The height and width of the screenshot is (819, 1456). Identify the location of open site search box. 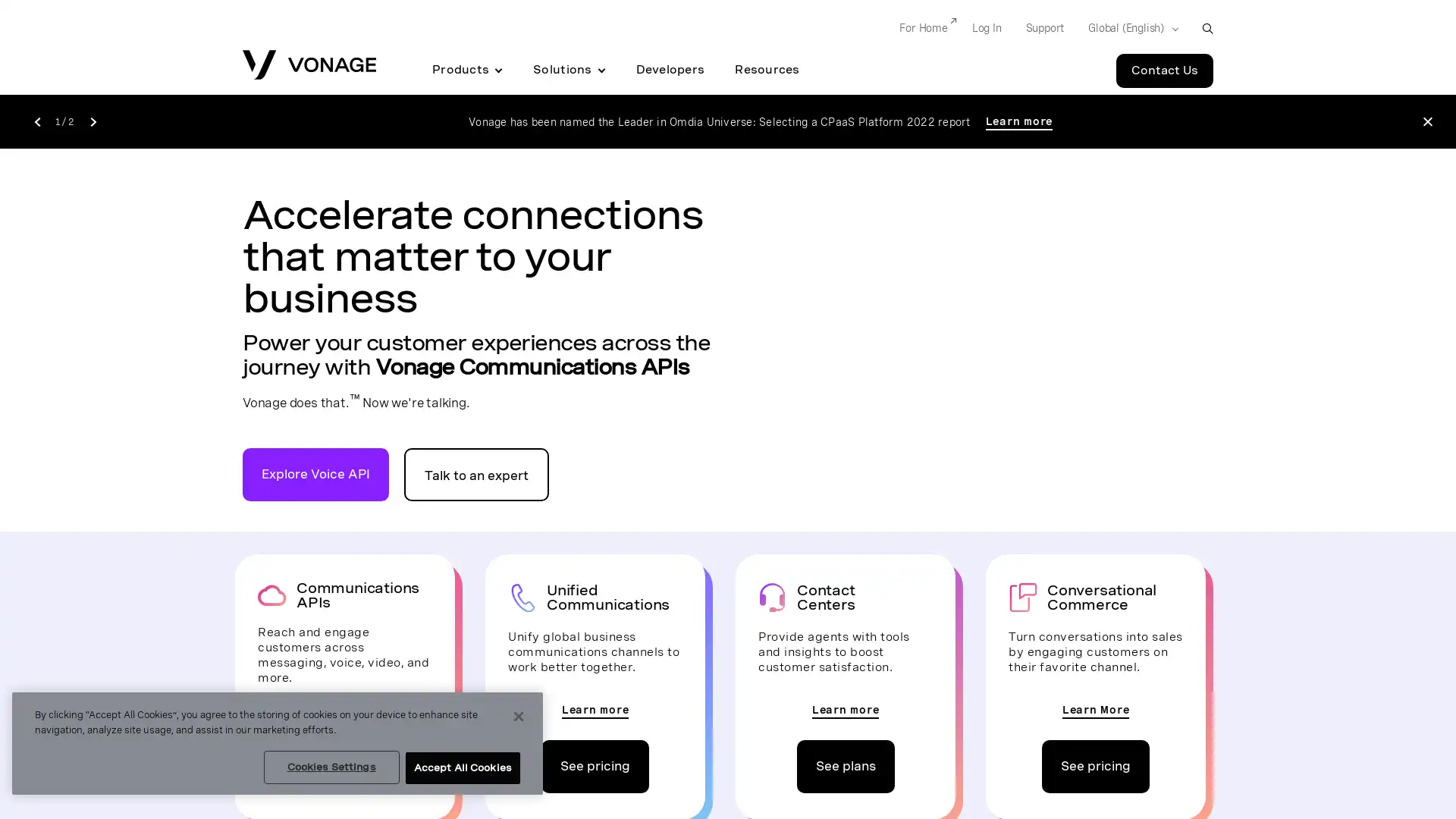
(1207, 28).